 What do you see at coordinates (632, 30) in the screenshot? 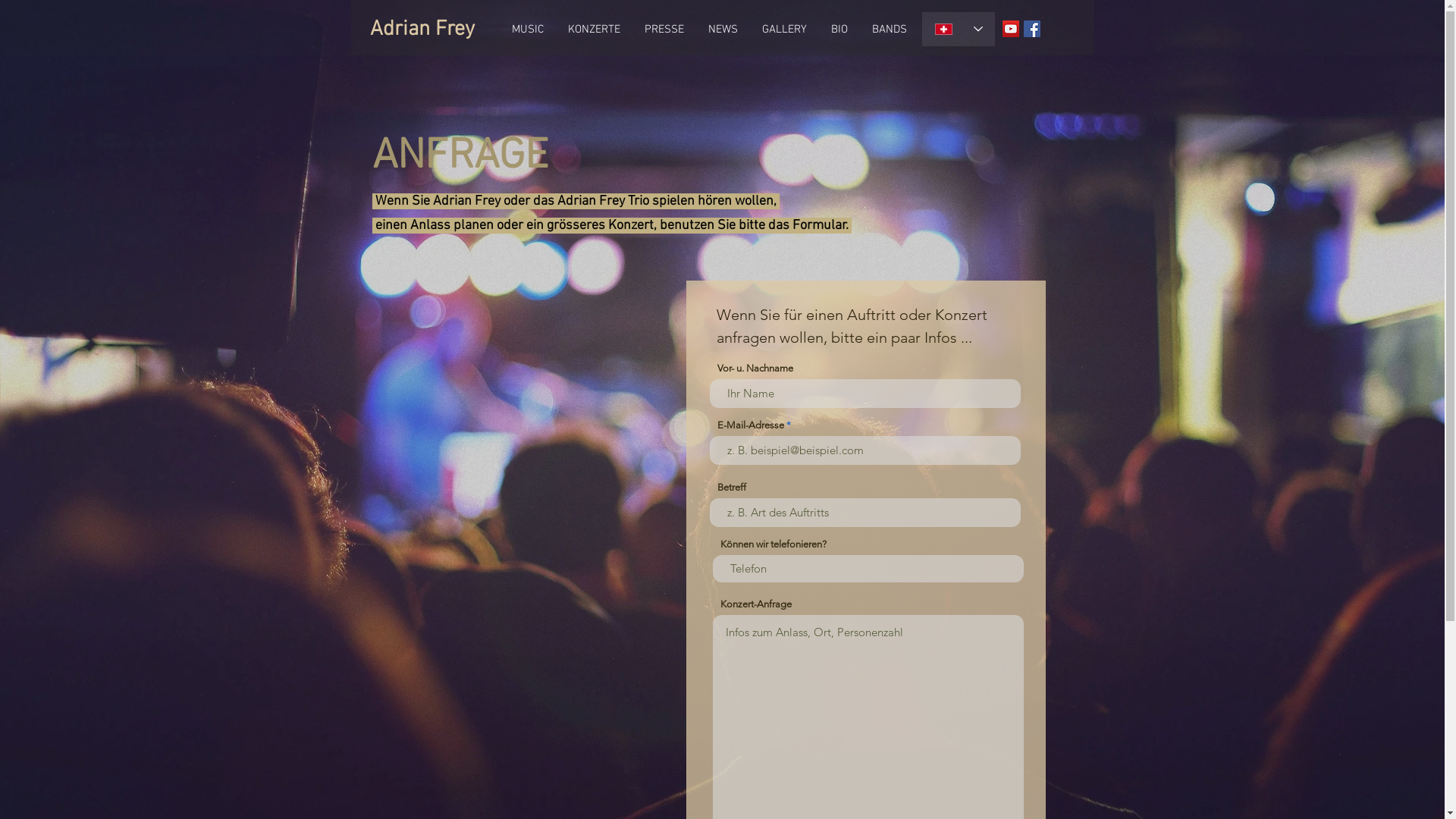
I see `'PRESSE'` at bounding box center [632, 30].